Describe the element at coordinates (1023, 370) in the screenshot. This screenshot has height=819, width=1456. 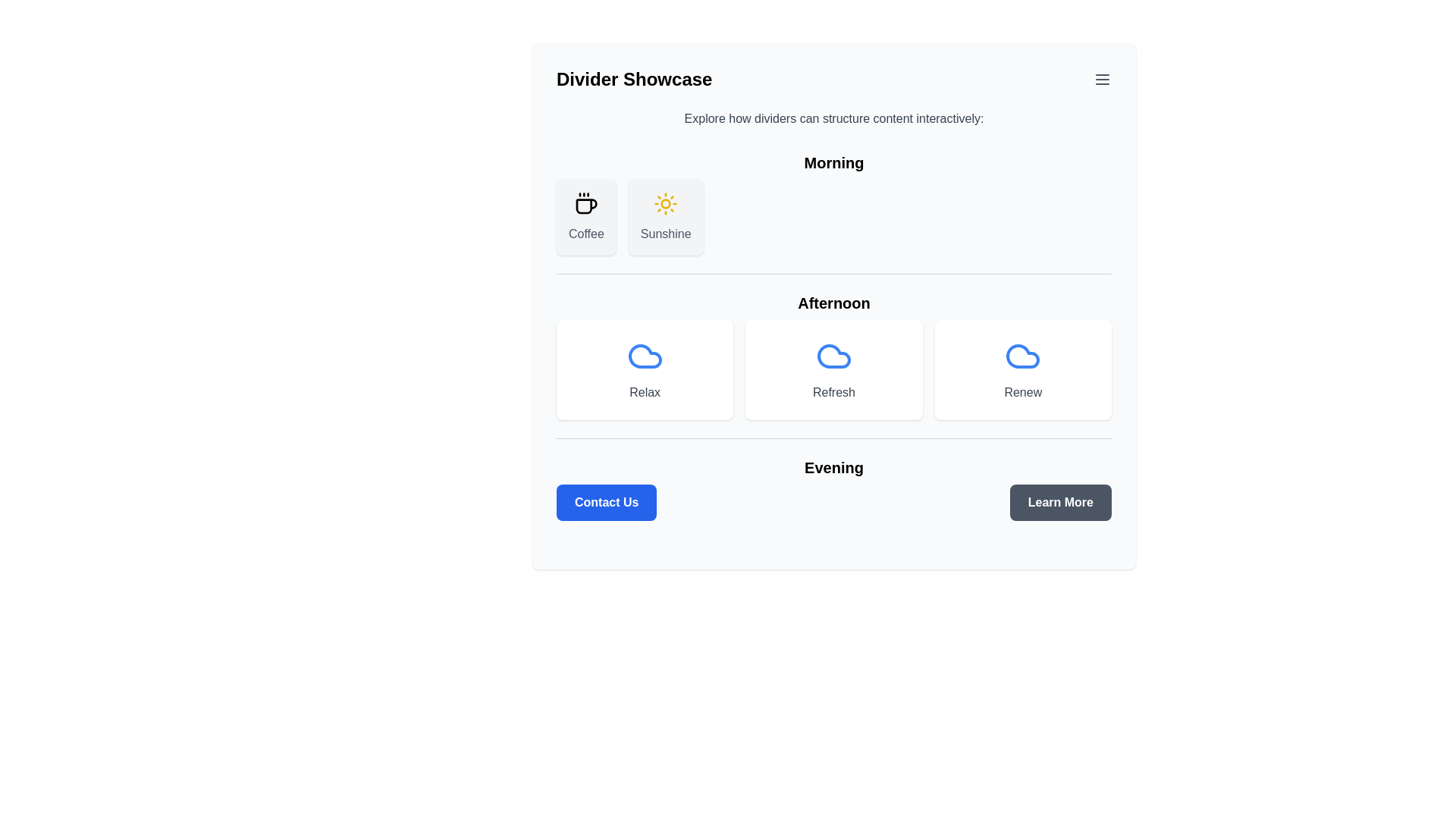
I see `the rectangular card with a blue cloud icon and 'Renew' text, which is the third card in the horizontal grid layout within the 'Afternoon' section` at that location.